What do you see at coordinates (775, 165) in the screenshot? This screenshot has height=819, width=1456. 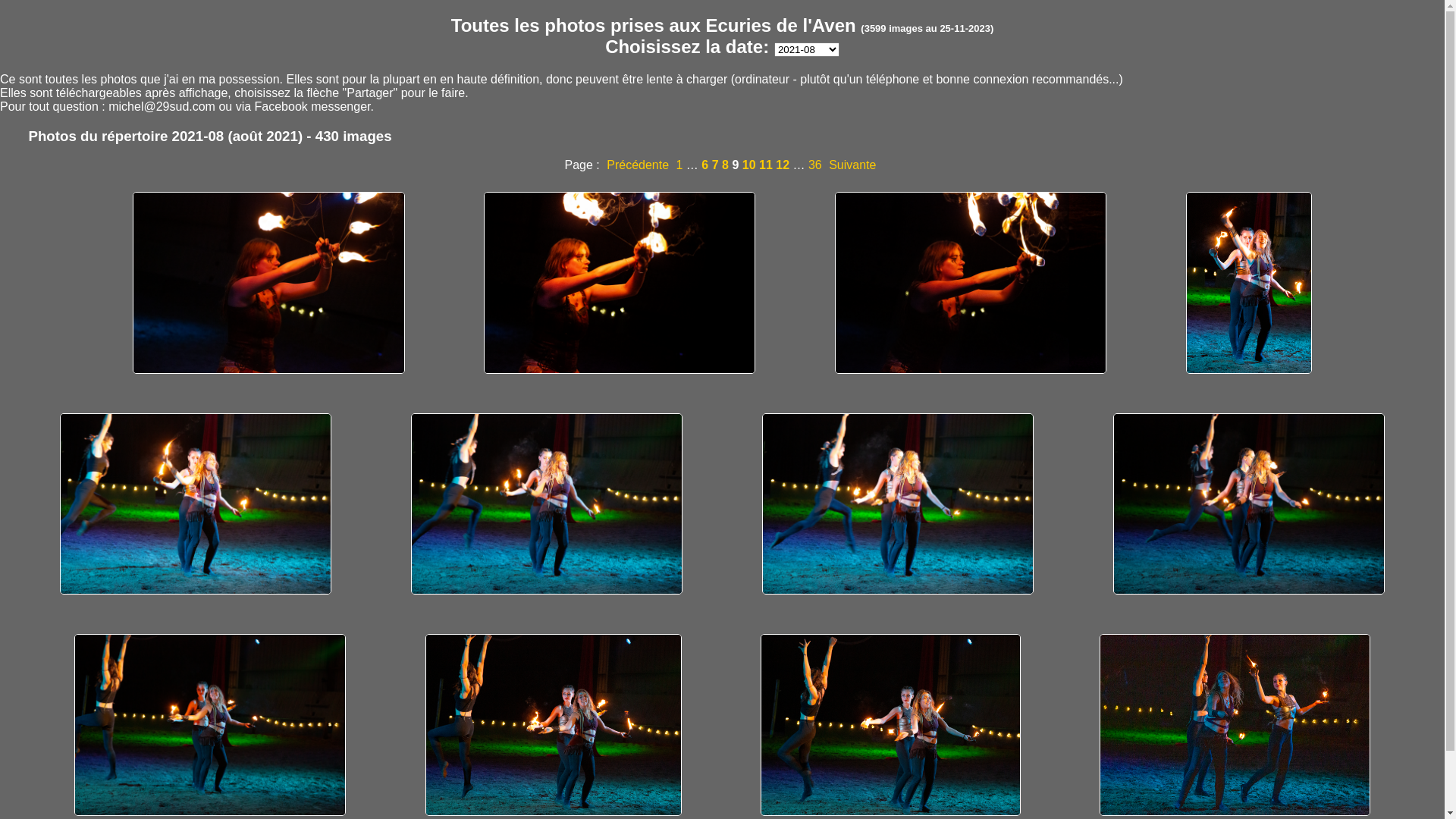 I see `'12'` at bounding box center [775, 165].